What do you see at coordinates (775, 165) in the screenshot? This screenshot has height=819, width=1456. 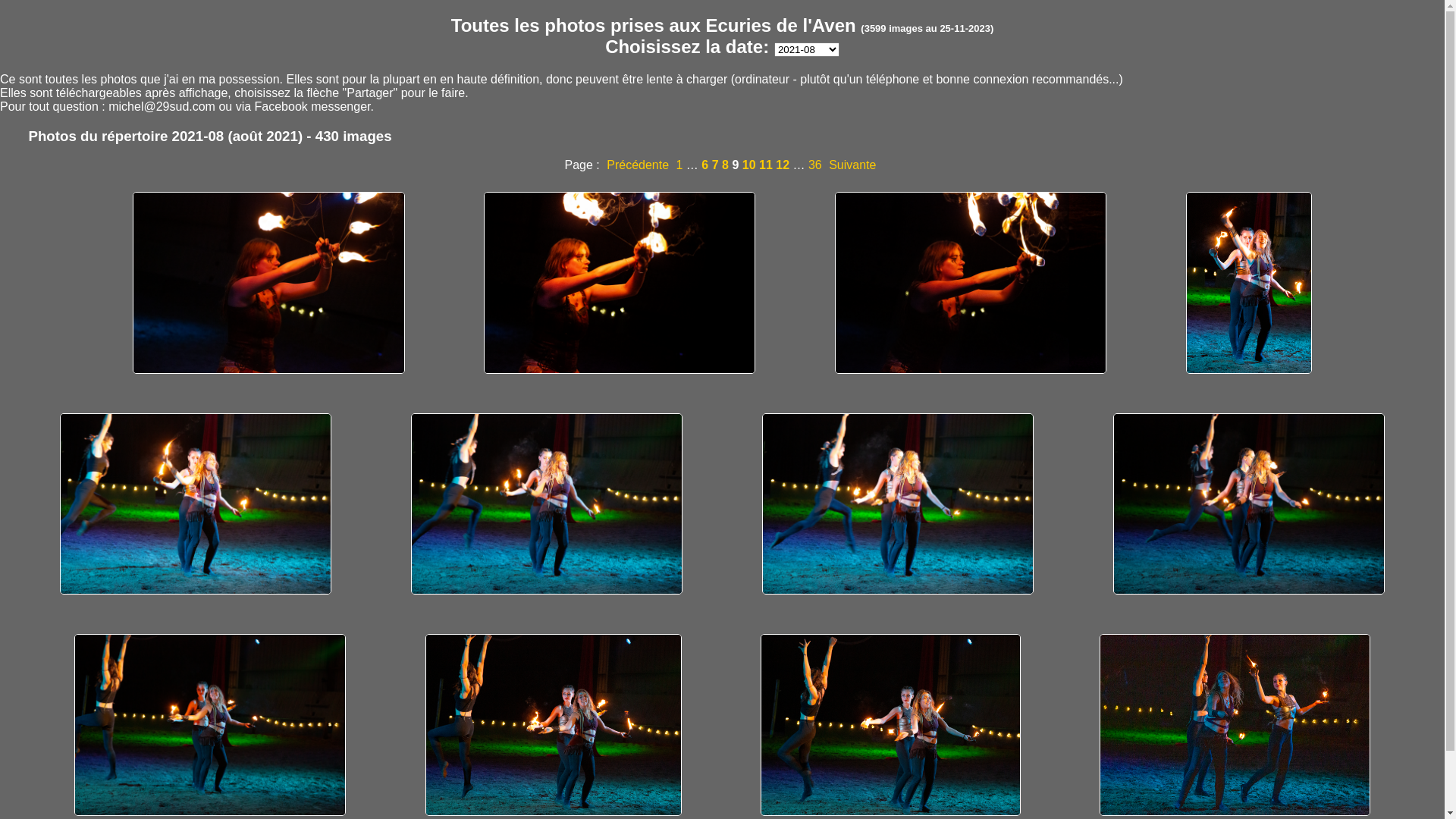 I see `'12'` at bounding box center [775, 165].